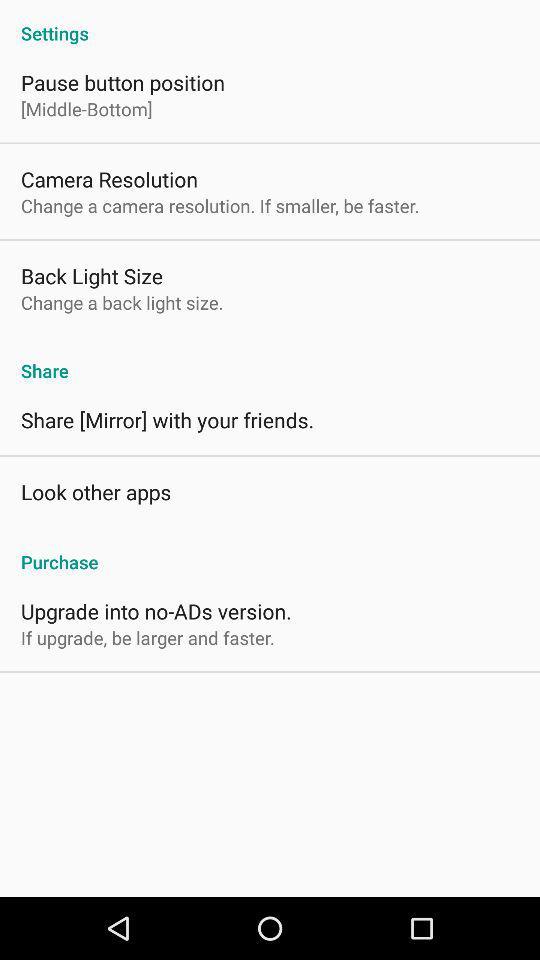 The height and width of the screenshot is (960, 540). Describe the element at coordinates (270, 551) in the screenshot. I see `the purchase` at that location.